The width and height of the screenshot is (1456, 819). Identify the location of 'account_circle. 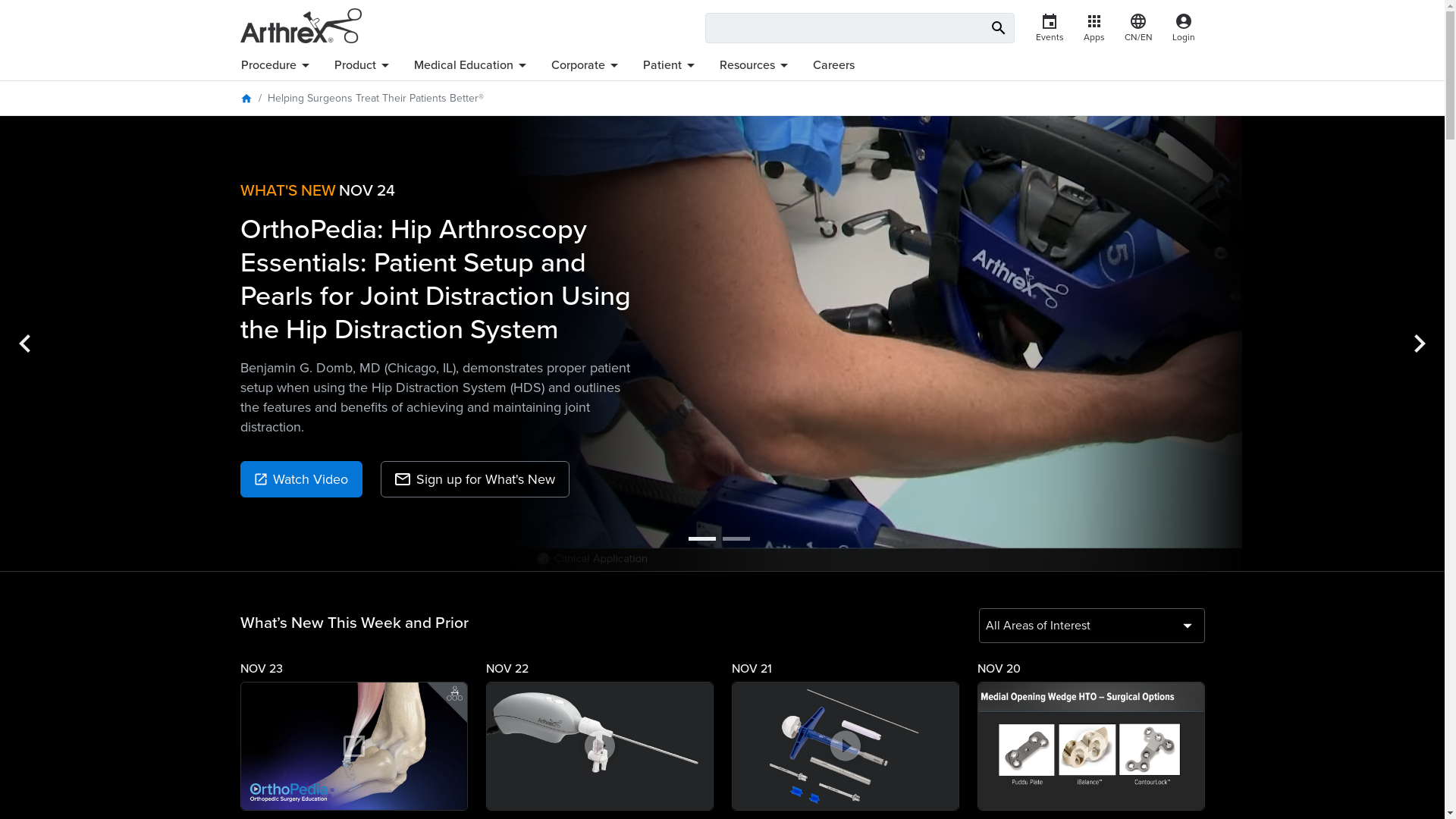
(1182, 28).